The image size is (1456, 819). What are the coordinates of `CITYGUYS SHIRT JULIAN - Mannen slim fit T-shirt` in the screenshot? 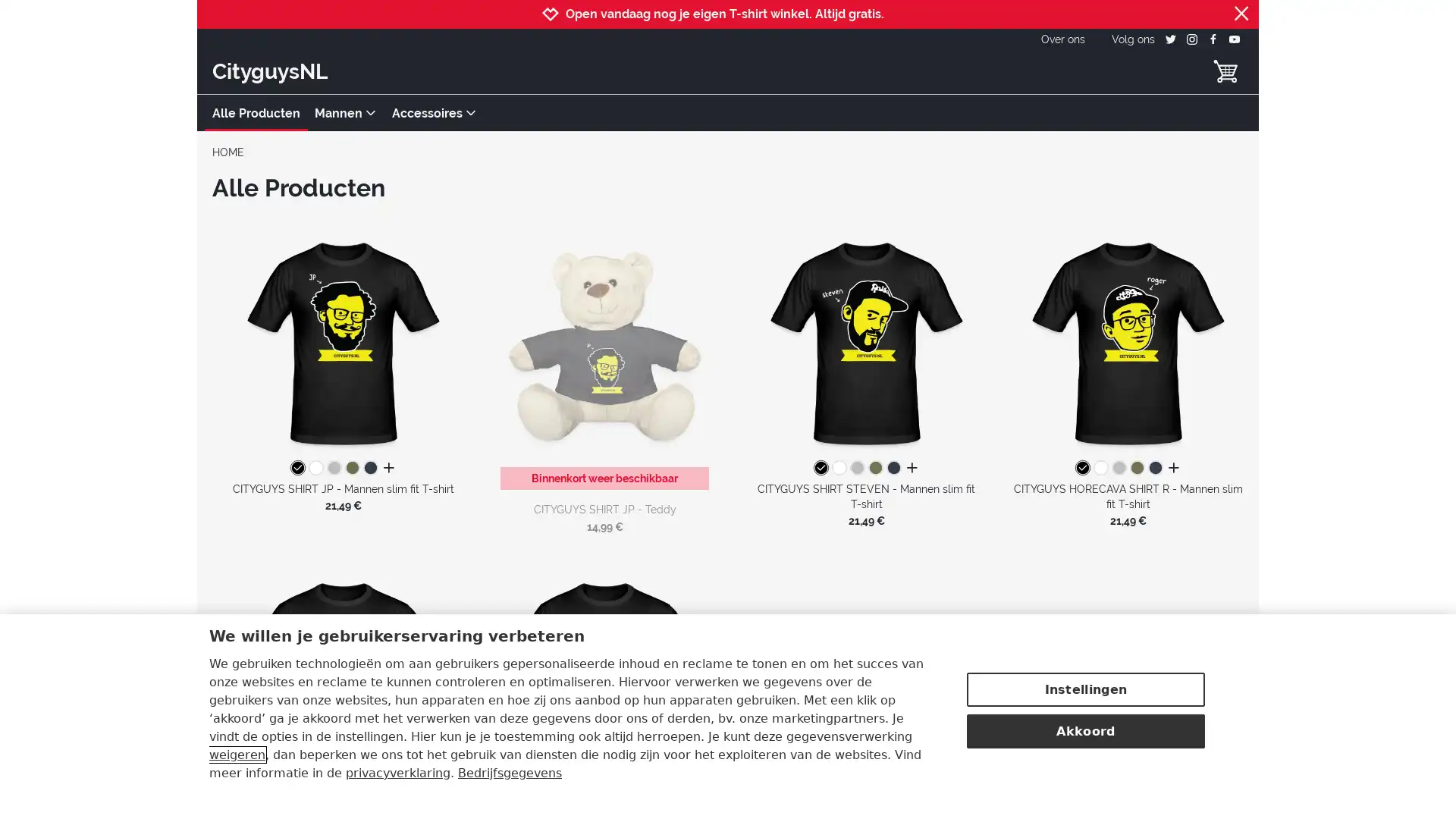 It's located at (342, 681).